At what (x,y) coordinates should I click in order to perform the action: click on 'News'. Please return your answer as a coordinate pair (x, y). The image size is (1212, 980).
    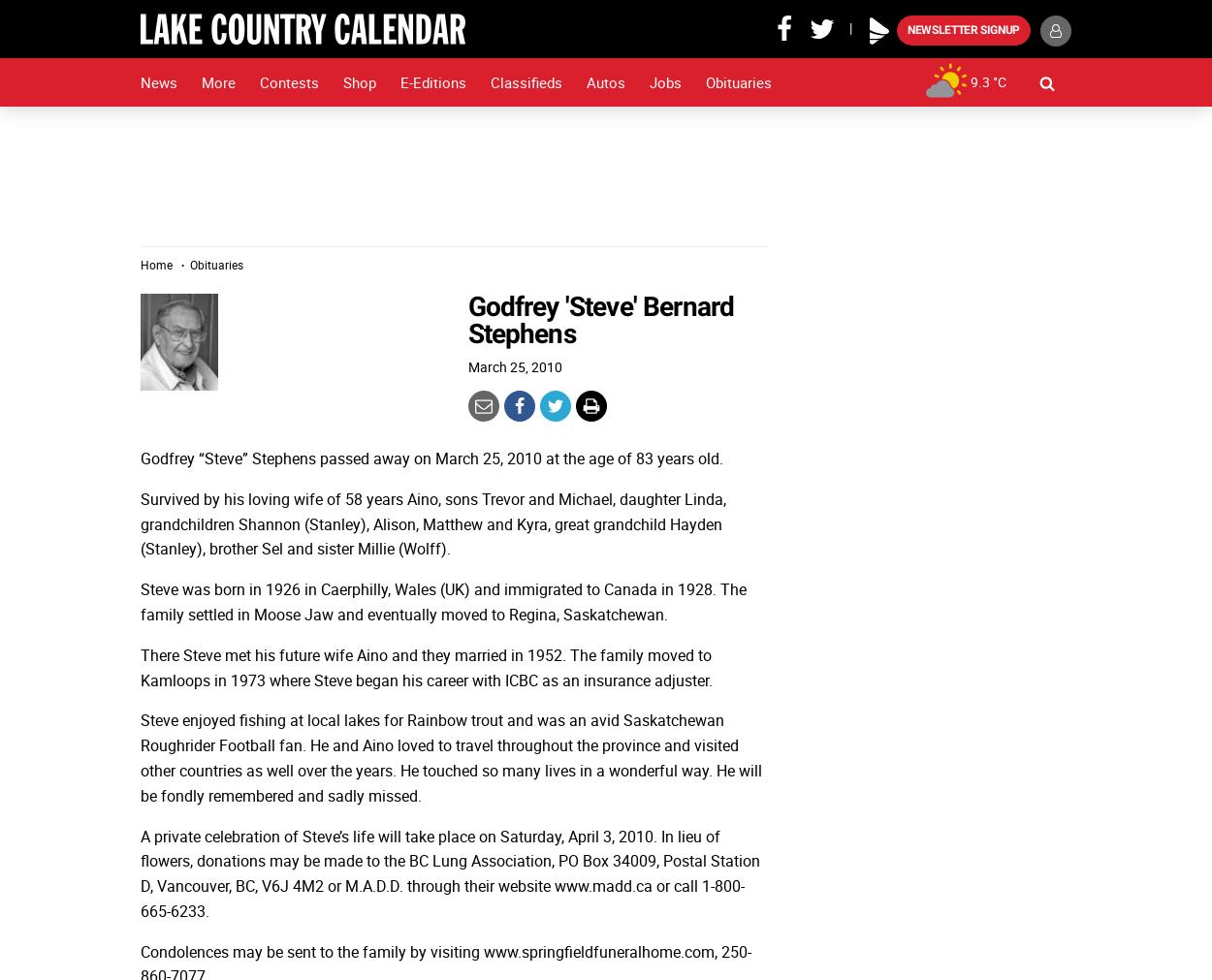
    Looking at the image, I should click on (159, 81).